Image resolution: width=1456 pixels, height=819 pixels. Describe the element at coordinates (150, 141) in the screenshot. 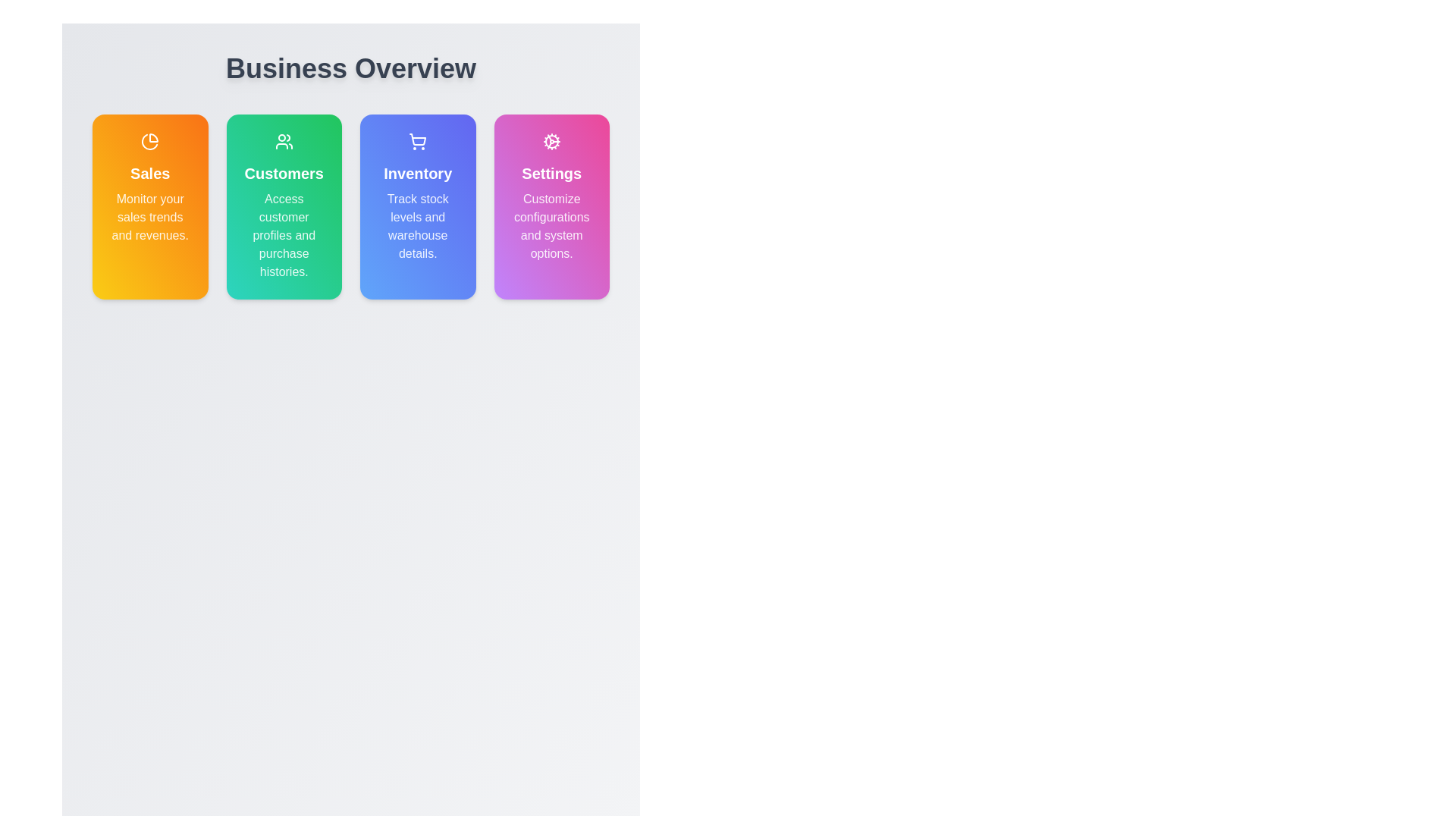

I see `the orange circular icon resembling a pie chart located in the top section of the 'Sales' block, which is central within the orange rectangular area with rounded corners` at that location.